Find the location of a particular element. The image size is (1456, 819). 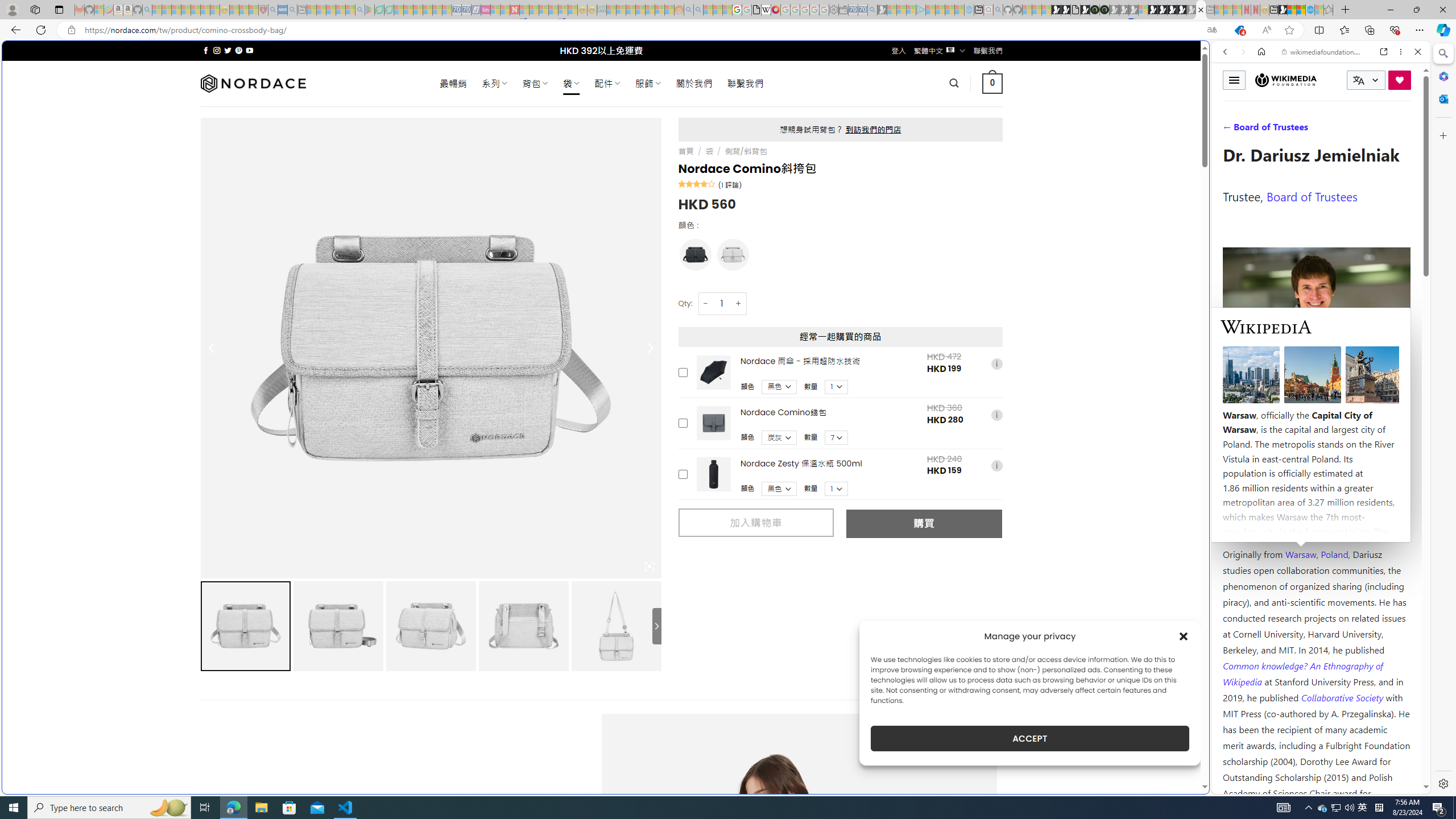

'Services - Maintenance | Sky Blue Bikes - Sky Blue Bikes' is located at coordinates (1309, 9).